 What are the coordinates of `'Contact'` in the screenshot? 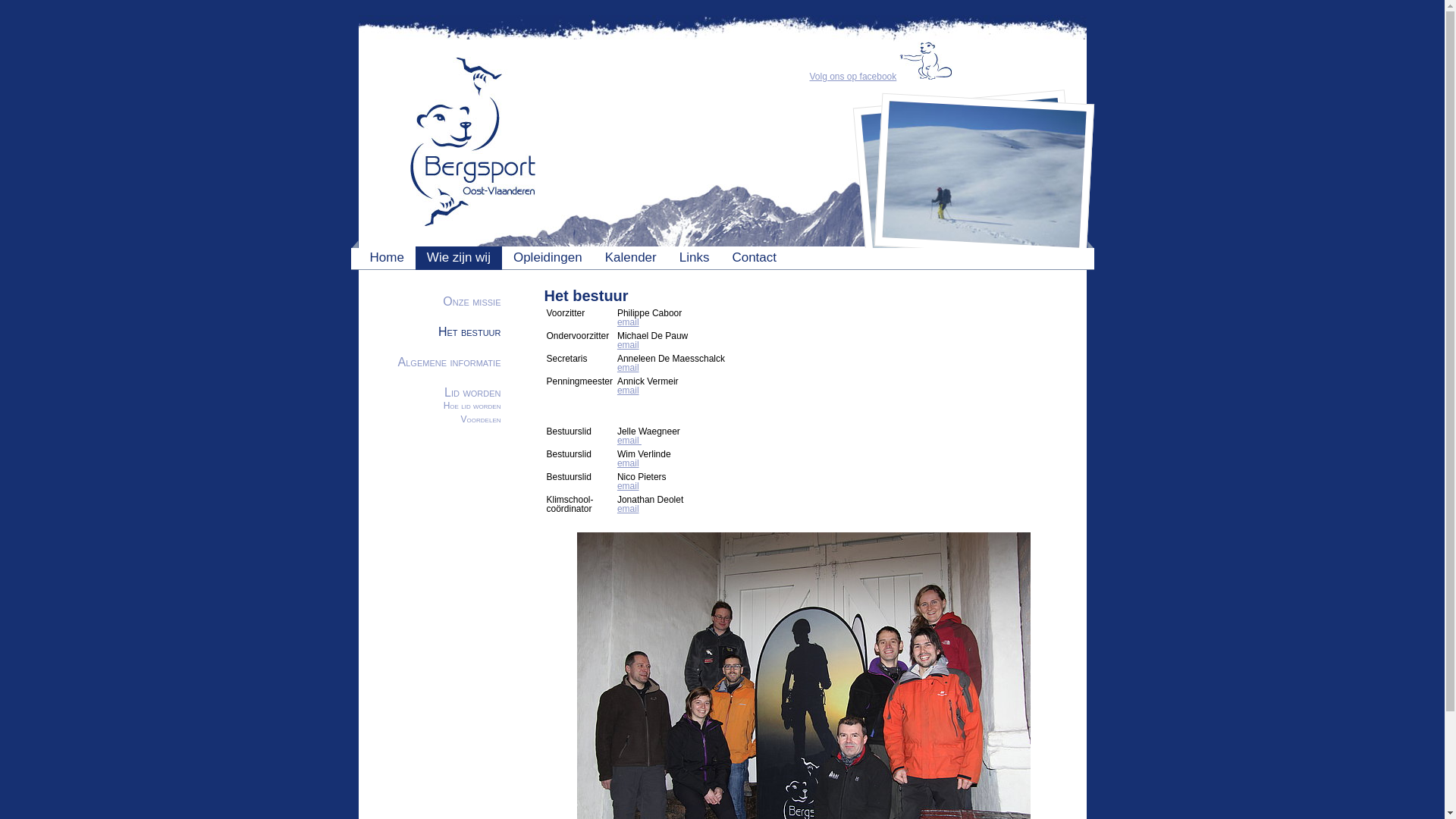 It's located at (754, 256).